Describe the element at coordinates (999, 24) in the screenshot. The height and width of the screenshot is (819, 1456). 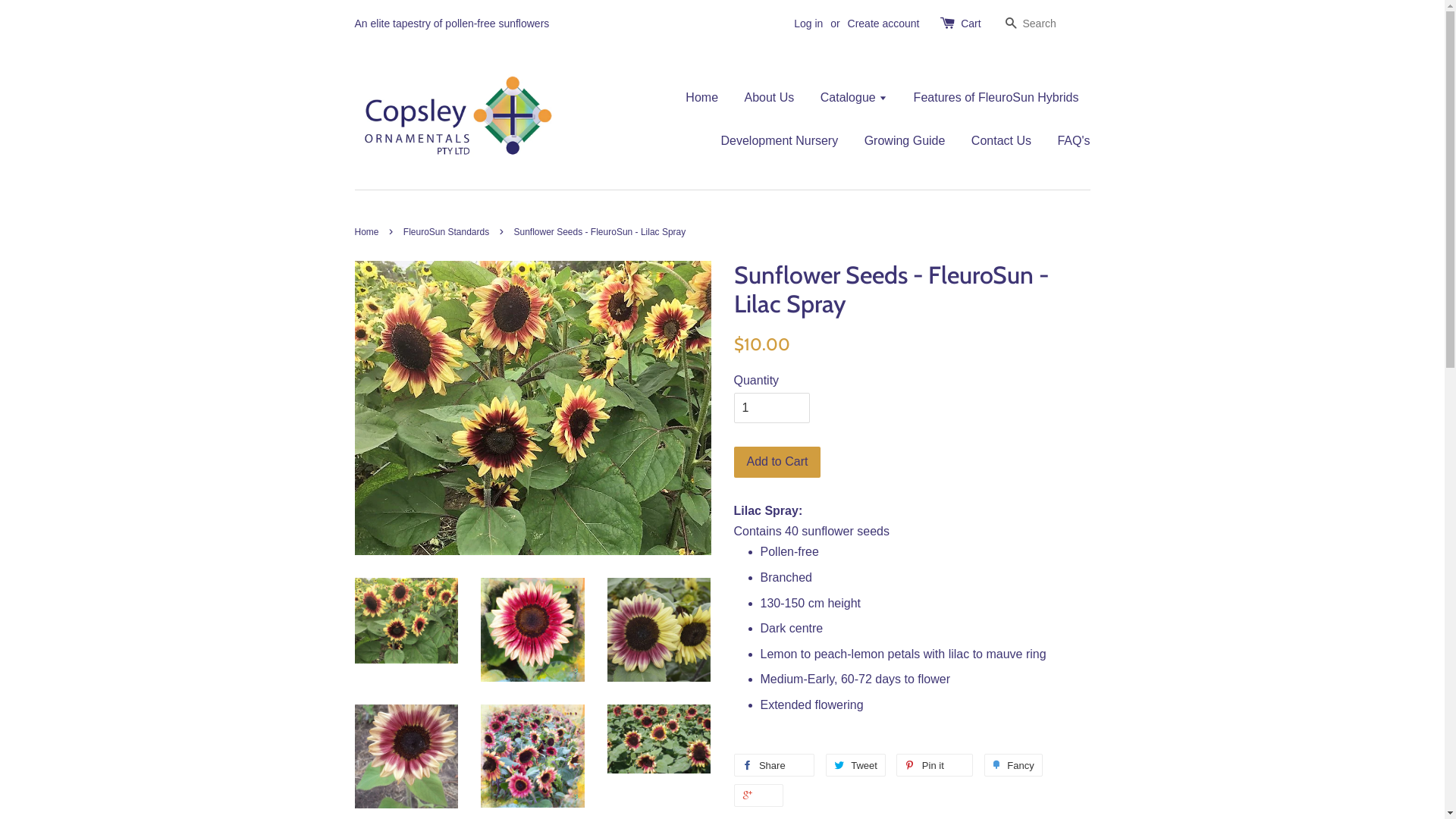
I see `'Search'` at that location.